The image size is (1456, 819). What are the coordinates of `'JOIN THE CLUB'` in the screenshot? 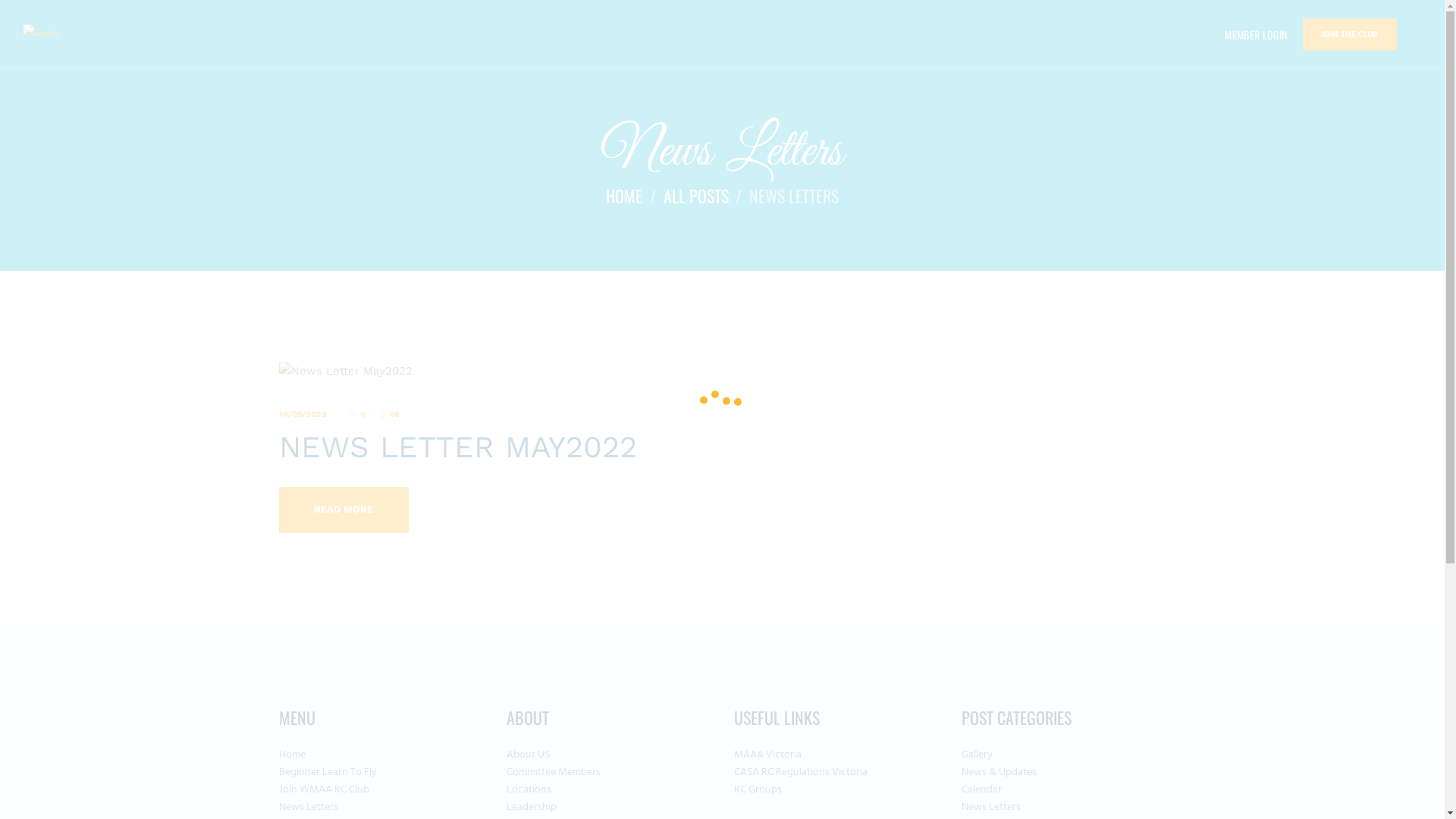 It's located at (1350, 34).